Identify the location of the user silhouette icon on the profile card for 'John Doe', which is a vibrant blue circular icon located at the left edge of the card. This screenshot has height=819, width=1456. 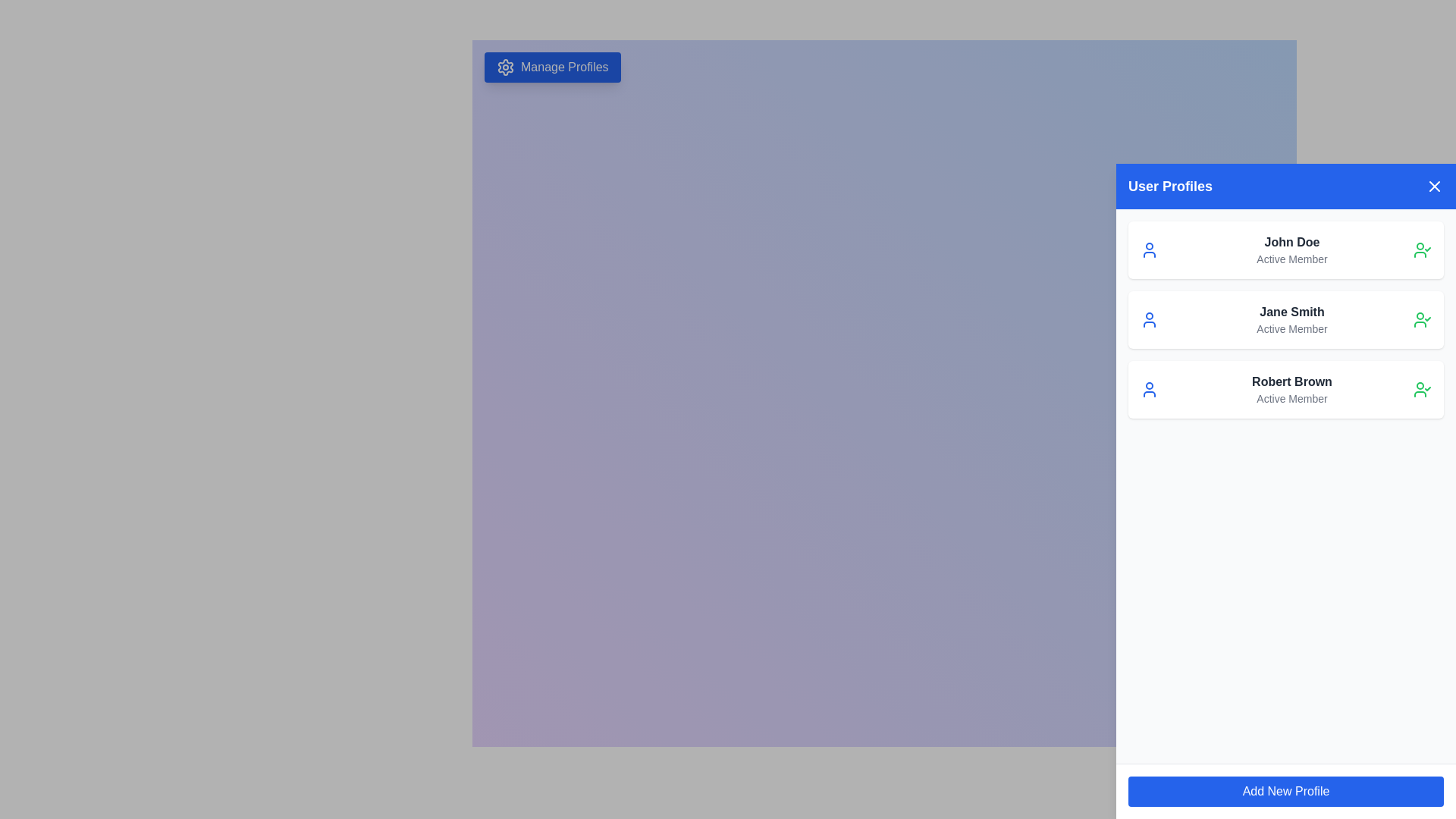
(1150, 249).